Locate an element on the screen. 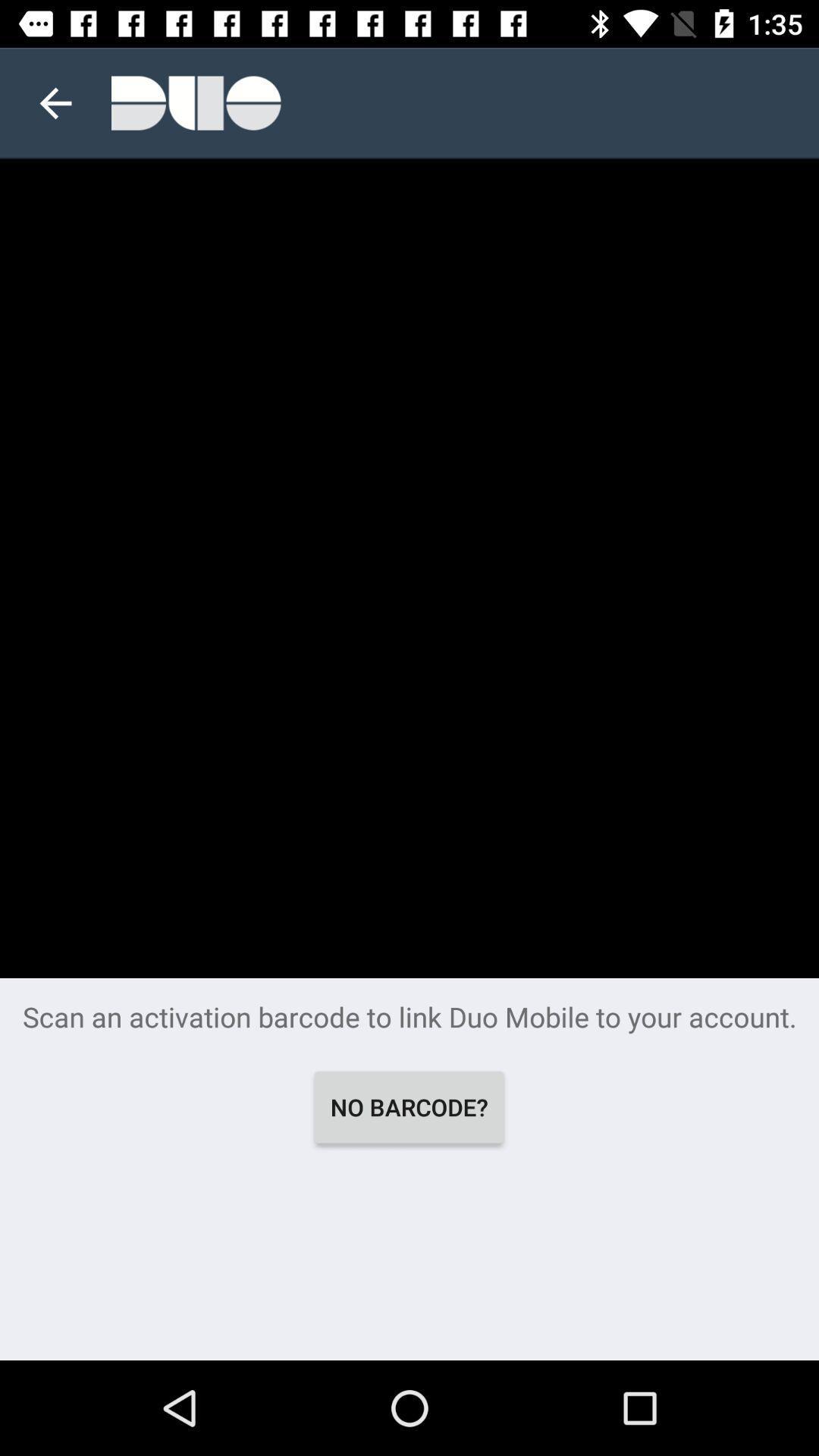 Image resolution: width=819 pixels, height=1456 pixels. icon below the scan an activation app is located at coordinates (408, 1107).